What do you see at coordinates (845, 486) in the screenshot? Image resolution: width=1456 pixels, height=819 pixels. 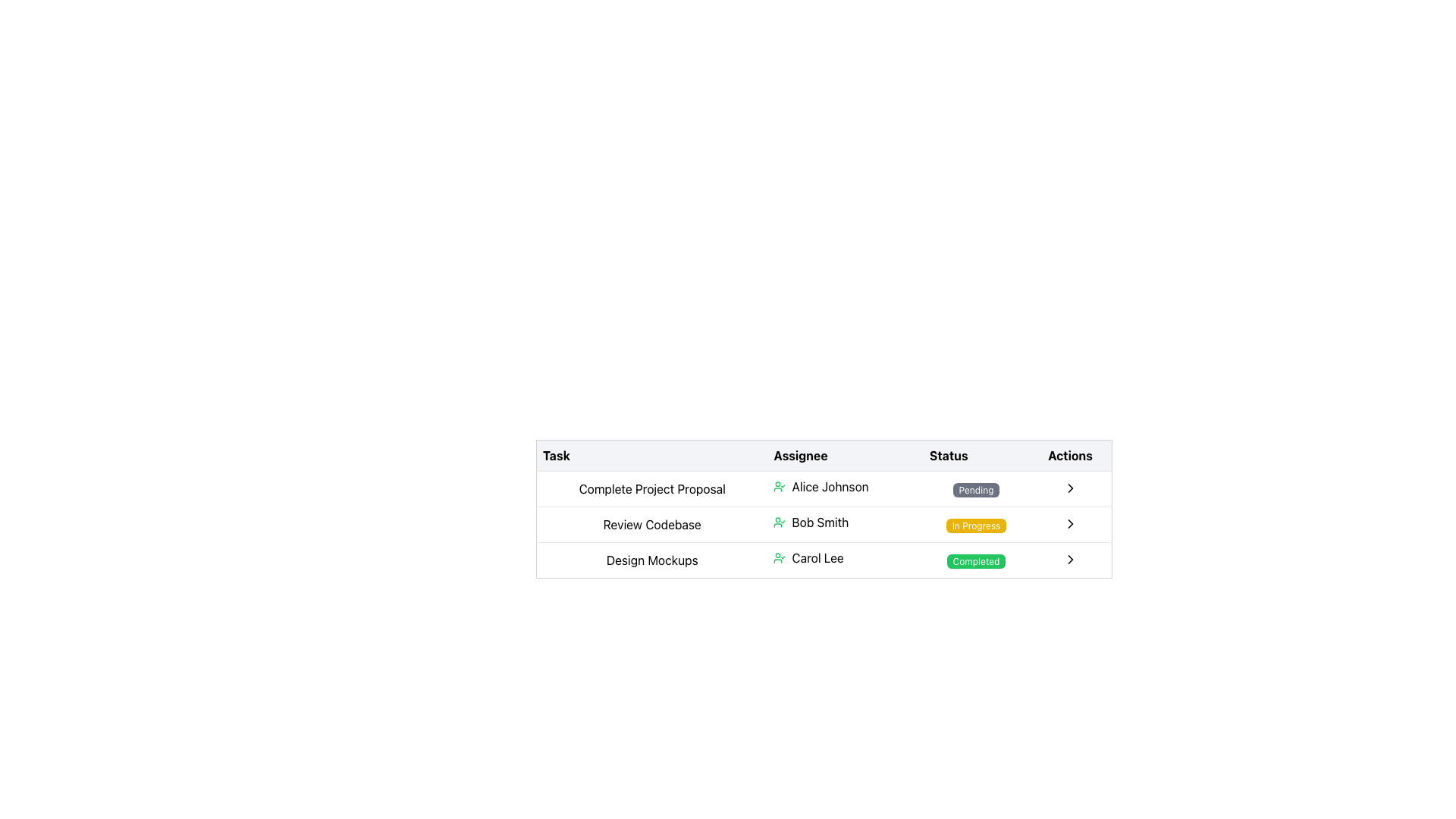 I see `the 'Assignee' text with icon element in the first row of the task table for 'Complete Project Proposal'` at bounding box center [845, 486].